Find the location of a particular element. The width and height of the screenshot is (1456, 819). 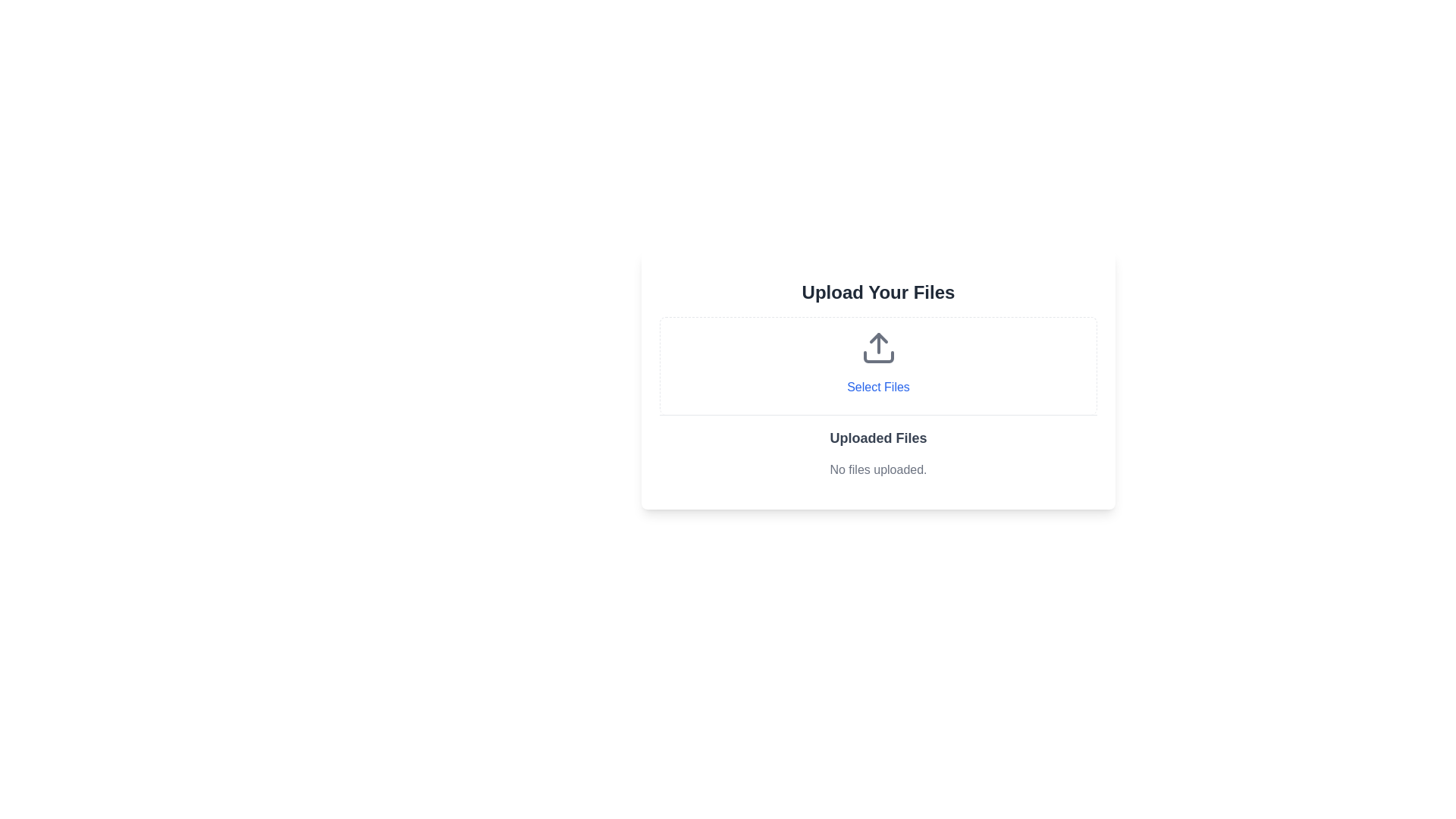

the interactive file selection area with an upload icon that features an upward arrow and the text 'Select Files' is located at coordinates (878, 366).